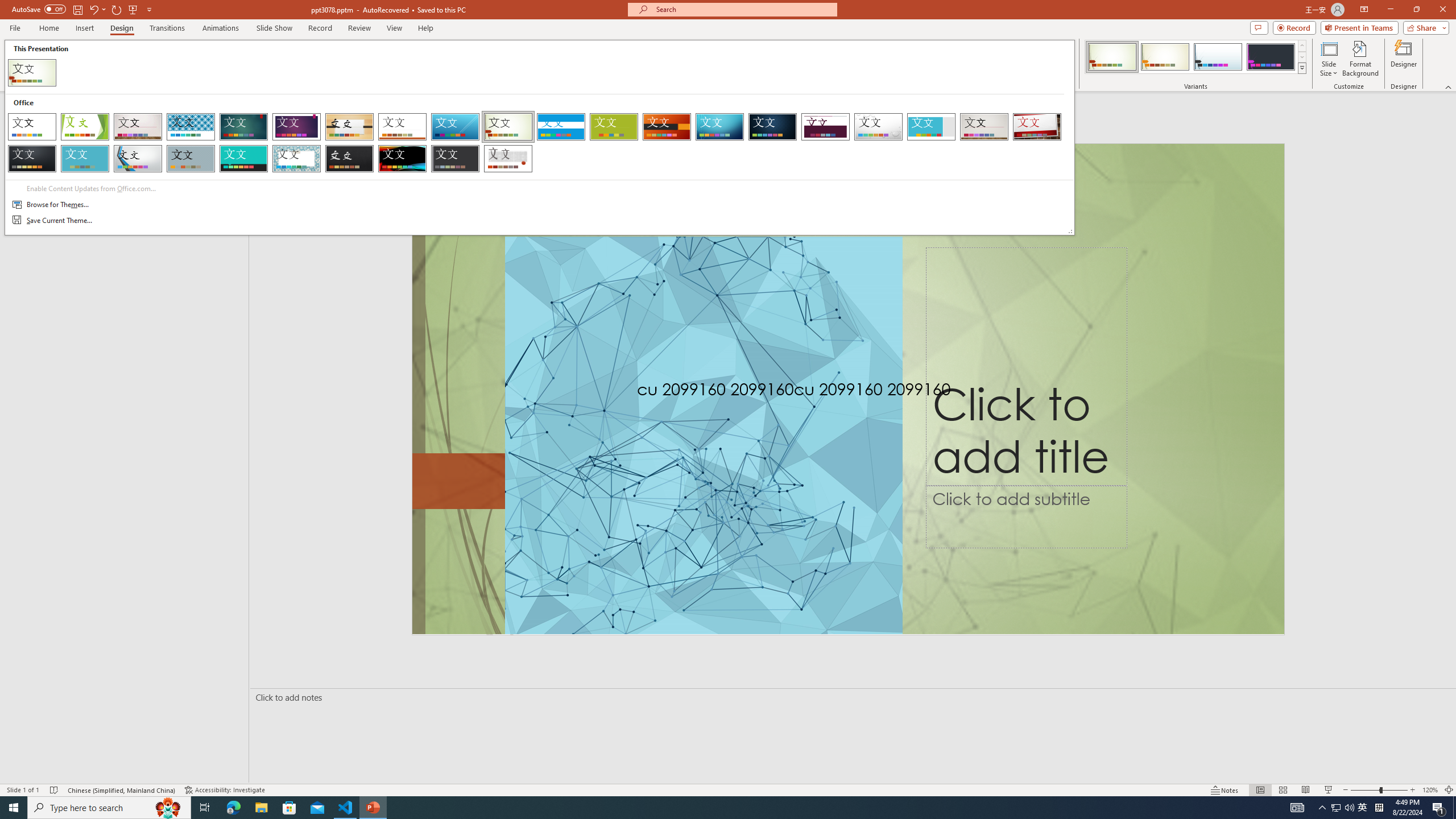  What do you see at coordinates (1342, 806) in the screenshot?
I see `'User Promoted Notification Area'` at bounding box center [1342, 806].